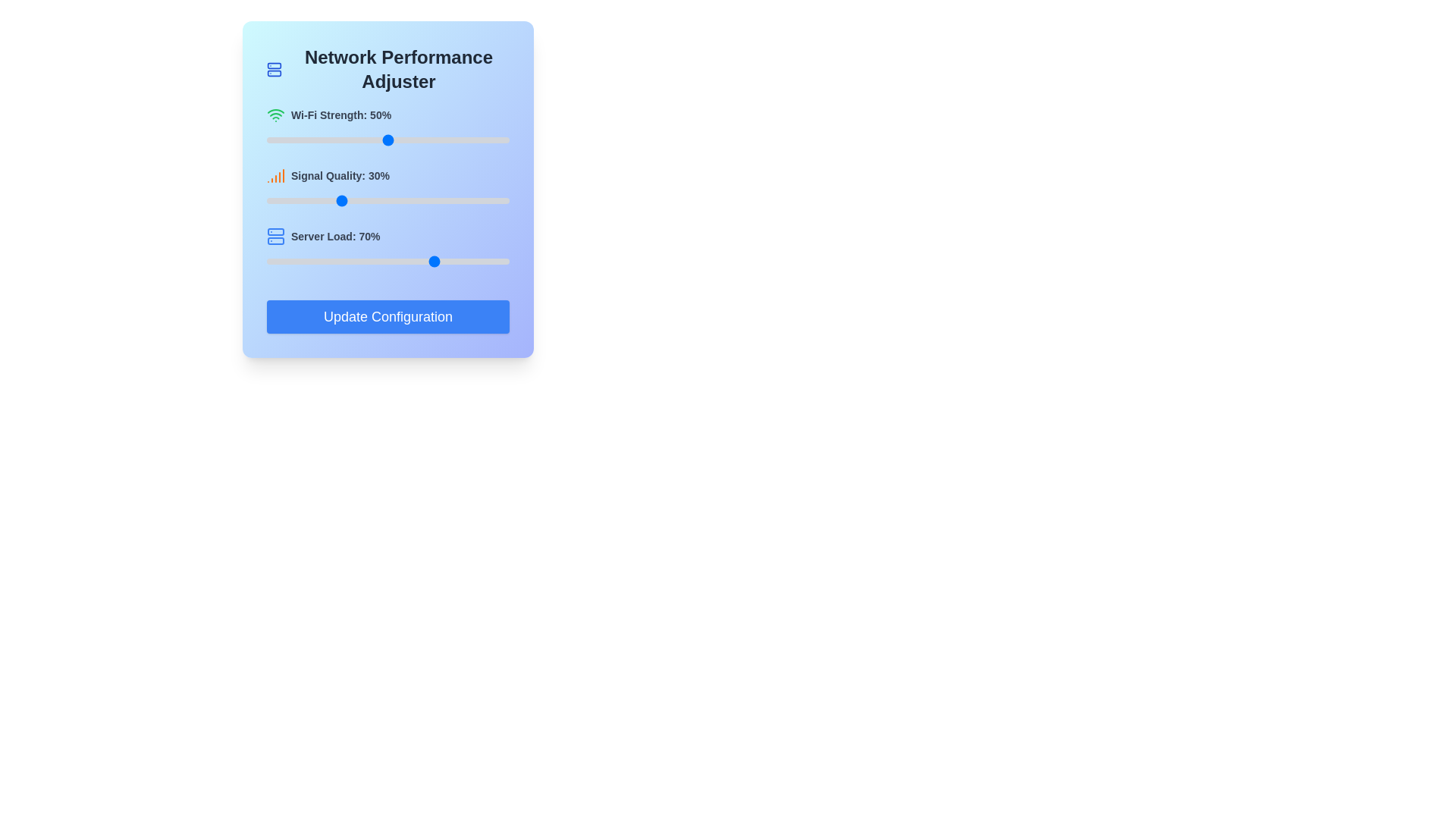  I want to click on signal quality, so click(460, 200).